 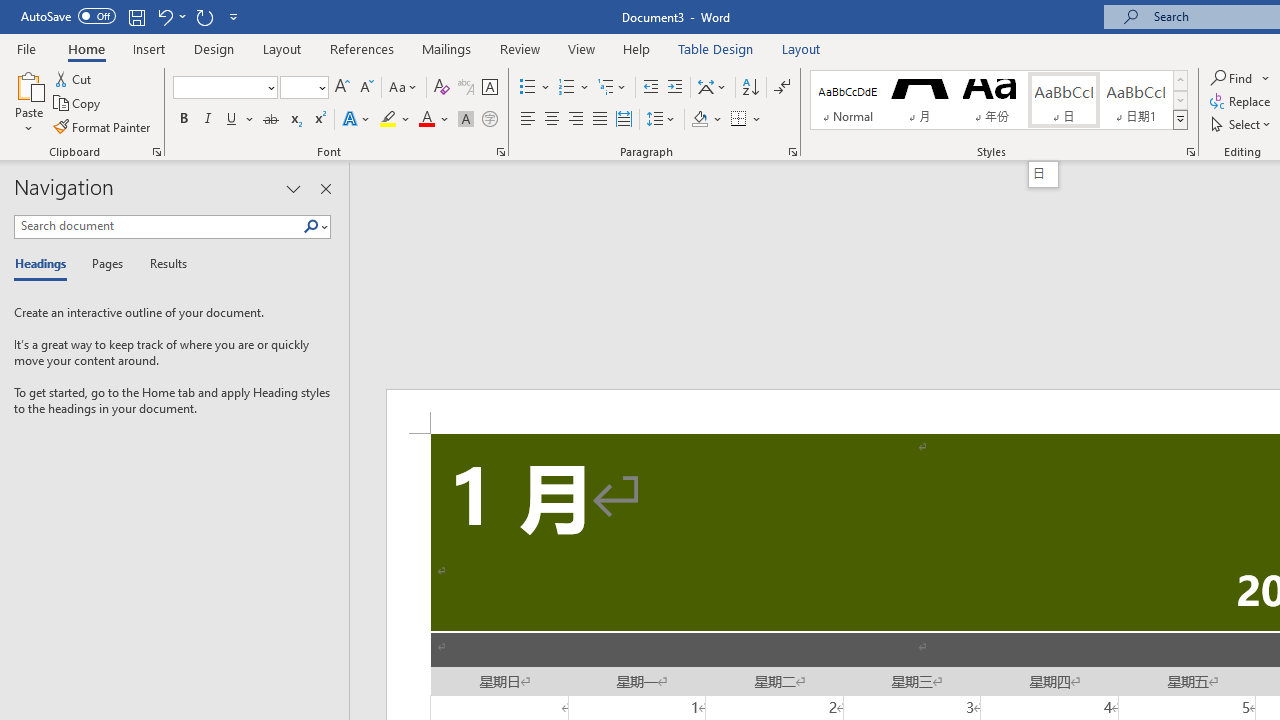 What do you see at coordinates (575, 119) in the screenshot?
I see `'Align Right'` at bounding box center [575, 119].